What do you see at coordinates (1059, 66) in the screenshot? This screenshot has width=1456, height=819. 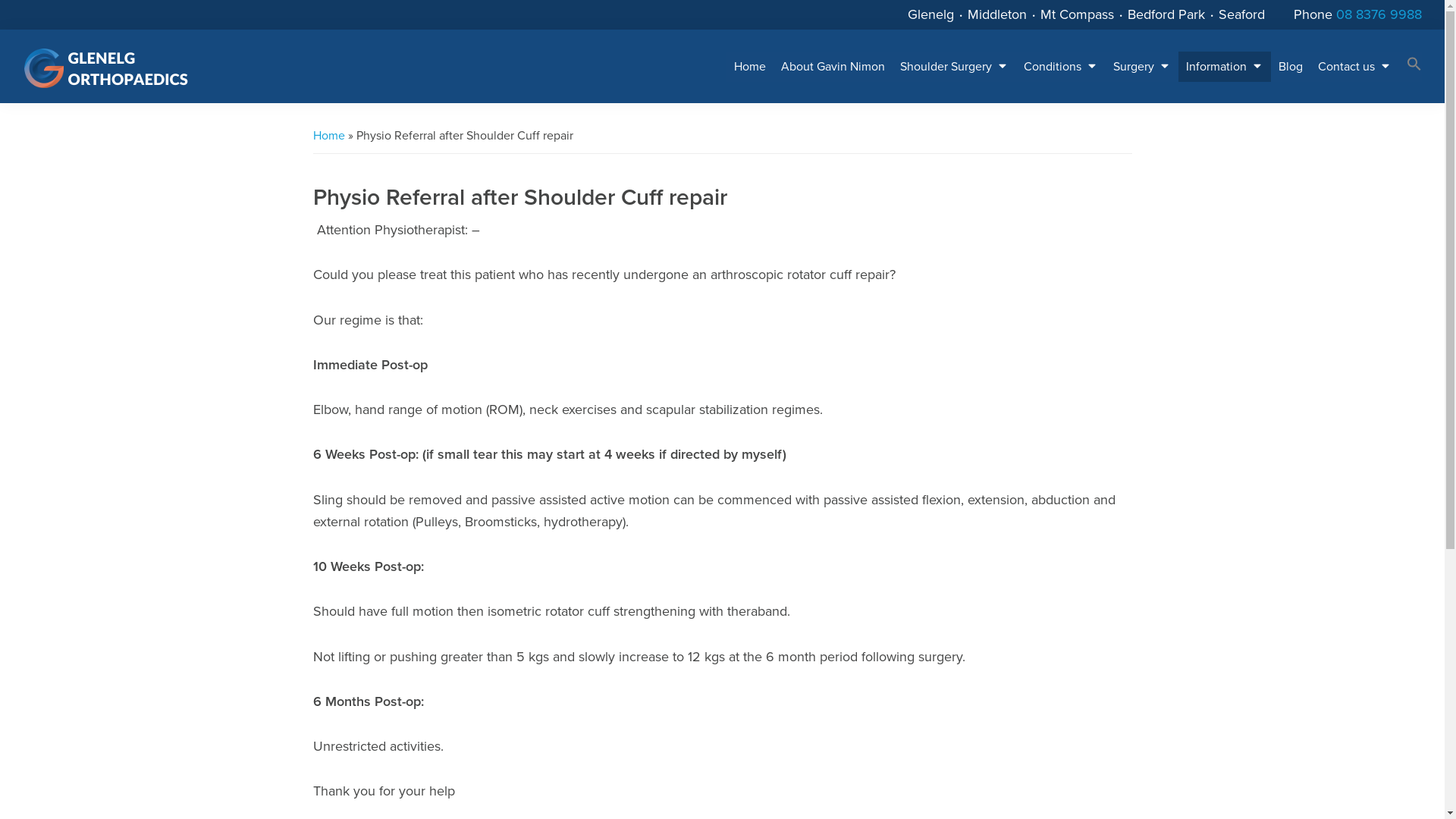 I see `'Conditions'` at bounding box center [1059, 66].